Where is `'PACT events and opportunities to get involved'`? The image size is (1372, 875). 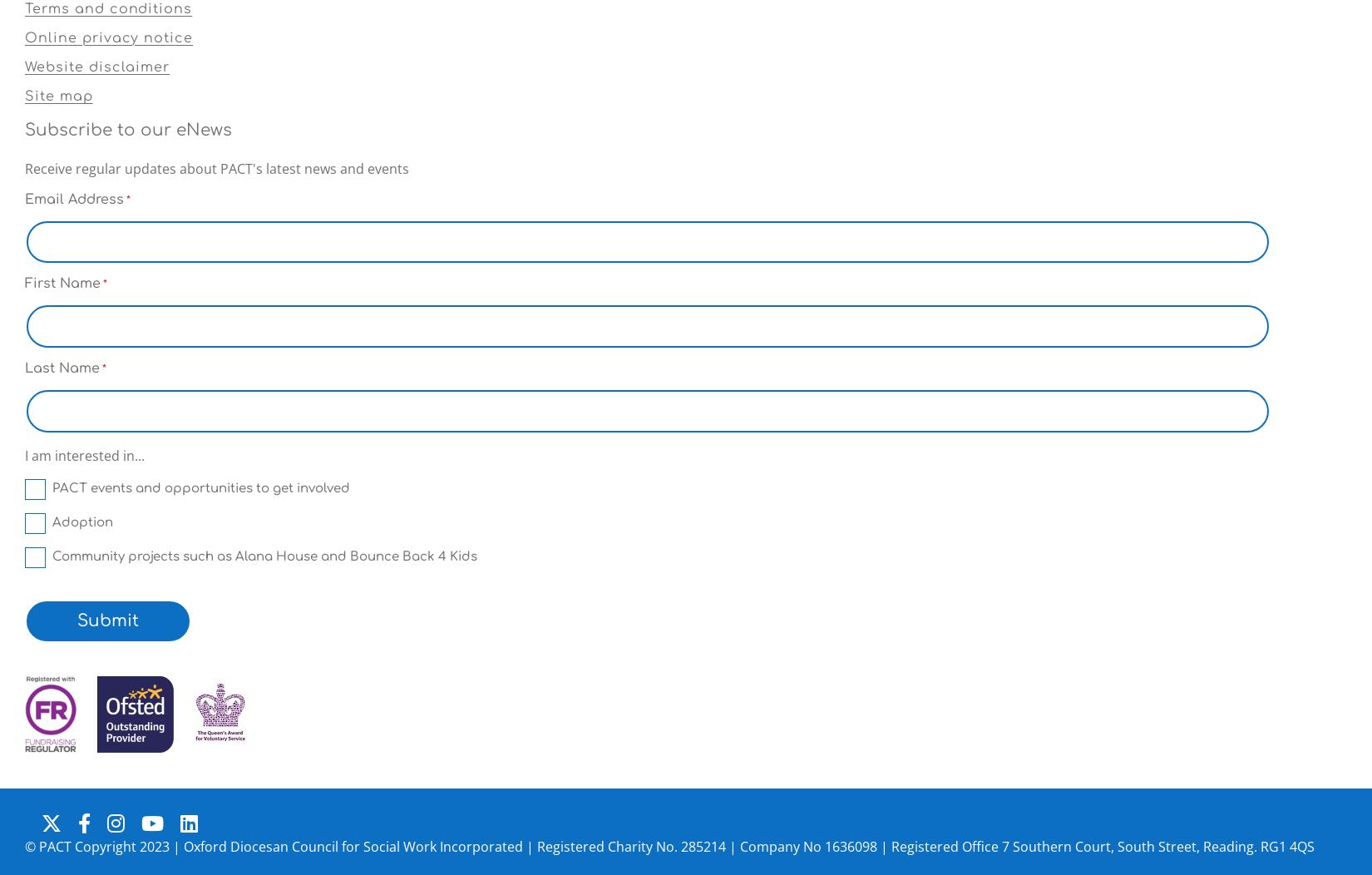 'PACT events and opportunities to get involved' is located at coordinates (201, 487).